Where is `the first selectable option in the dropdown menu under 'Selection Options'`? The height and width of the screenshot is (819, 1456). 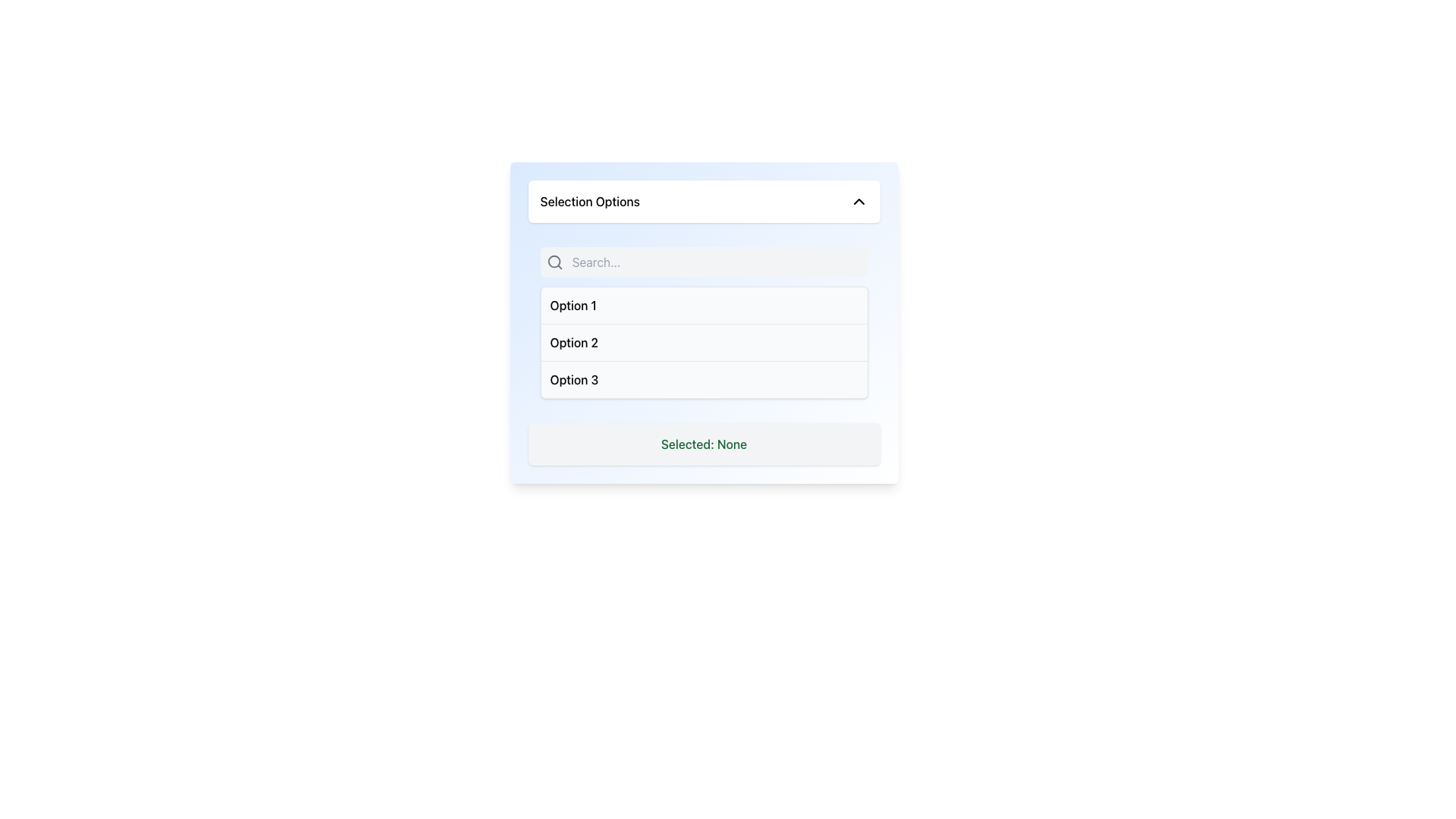 the first selectable option in the dropdown menu under 'Selection Options' is located at coordinates (572, 305).